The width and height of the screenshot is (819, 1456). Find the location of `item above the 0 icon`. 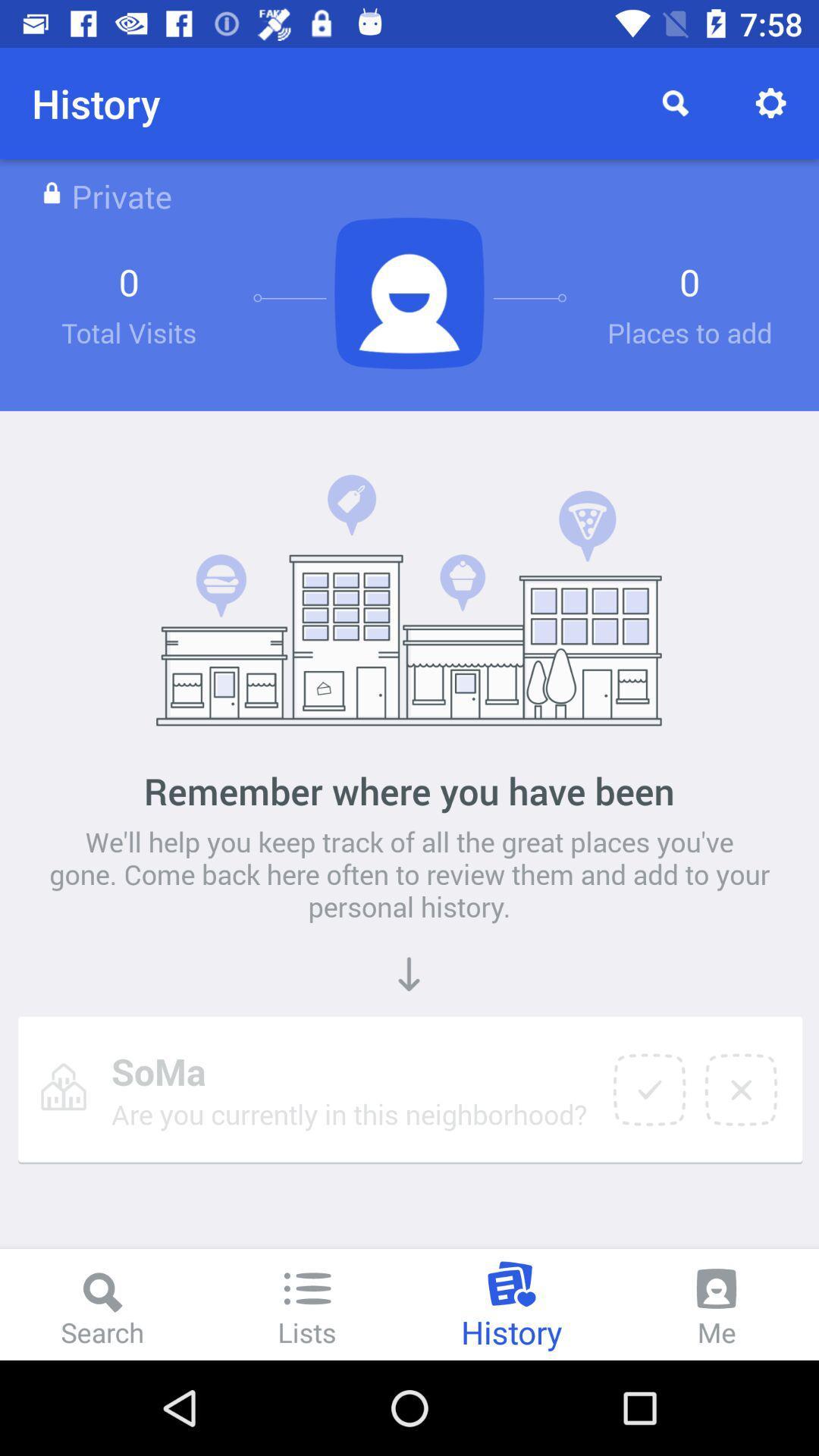

item above the 0 icon is located at coordinates (771, 102).